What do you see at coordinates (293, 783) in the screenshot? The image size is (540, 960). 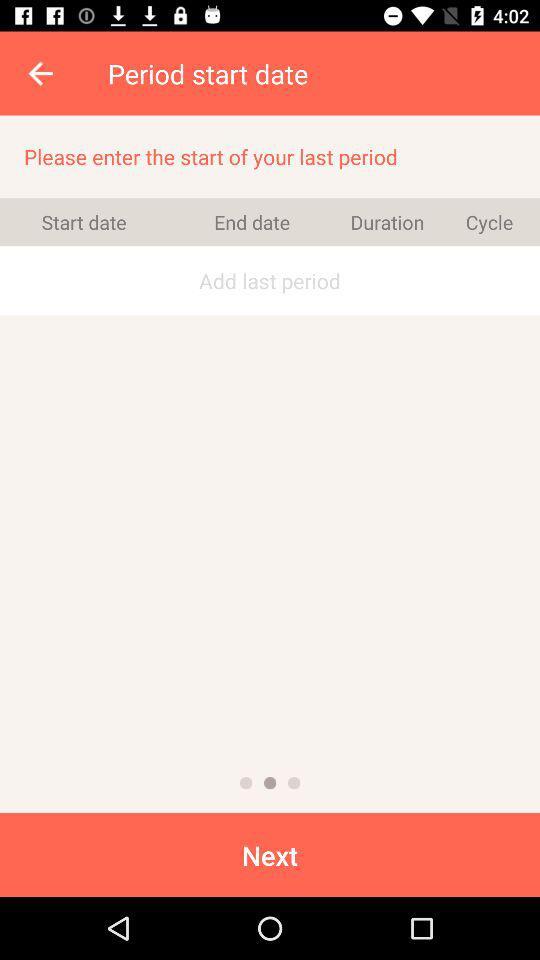 I see `page 3` at bounding box center [293, 783].